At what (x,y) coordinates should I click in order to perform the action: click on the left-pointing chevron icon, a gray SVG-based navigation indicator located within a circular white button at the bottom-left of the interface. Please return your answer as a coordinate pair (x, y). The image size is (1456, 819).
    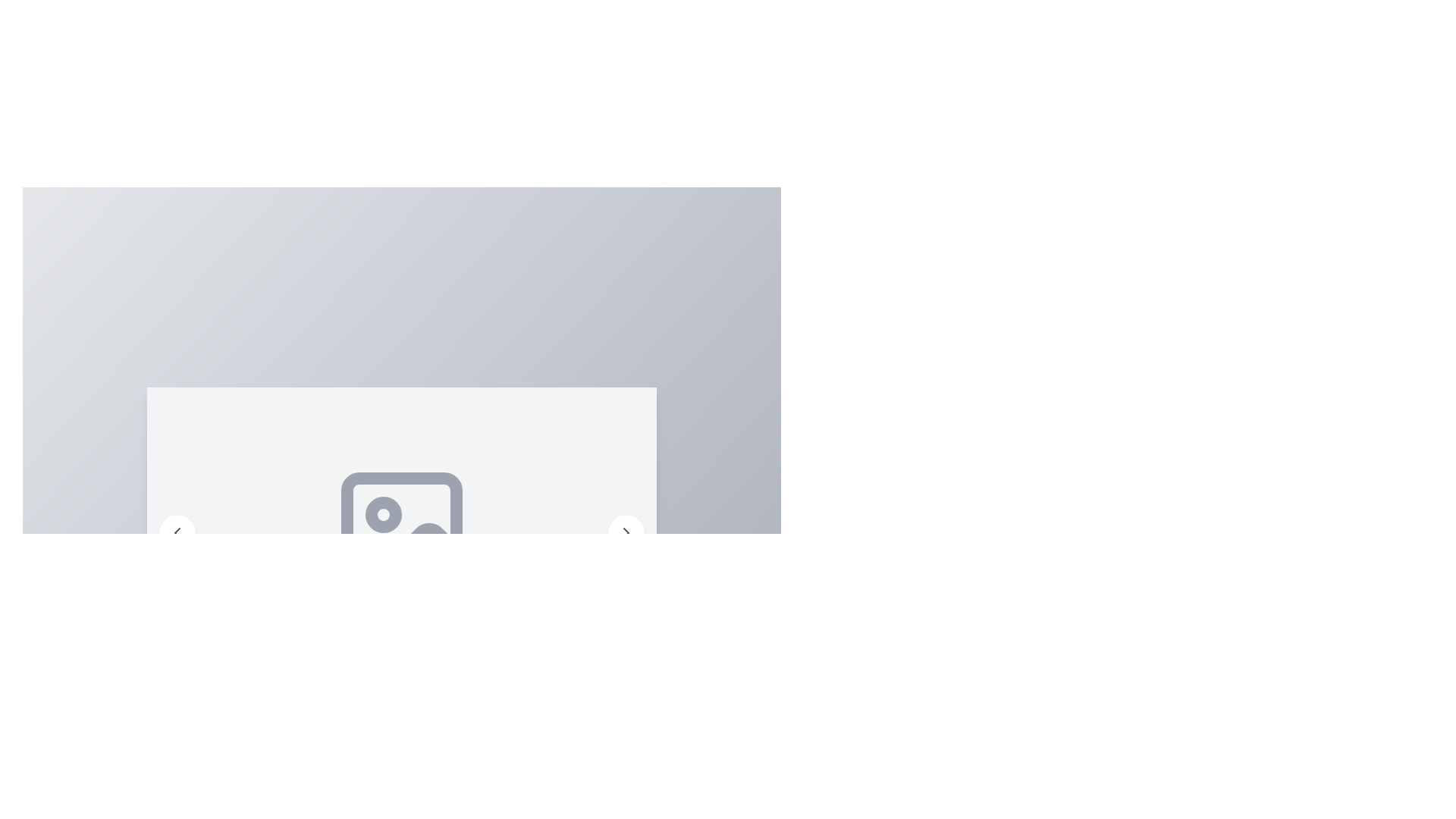
    Looking at the image, I should click on (177, 532).